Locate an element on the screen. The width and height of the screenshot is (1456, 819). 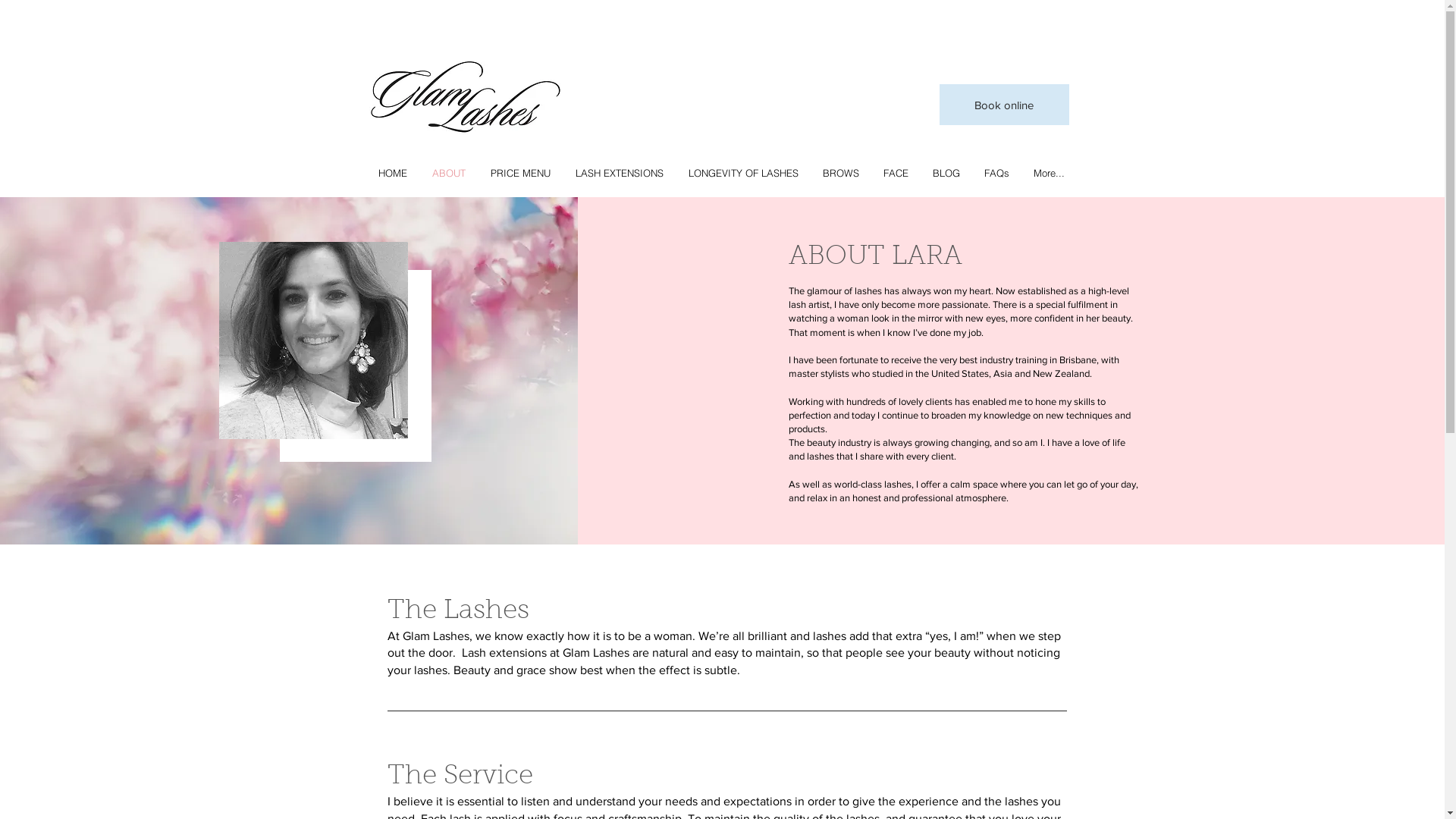
'PRICE MENU' is located at coordinates (476, 171).